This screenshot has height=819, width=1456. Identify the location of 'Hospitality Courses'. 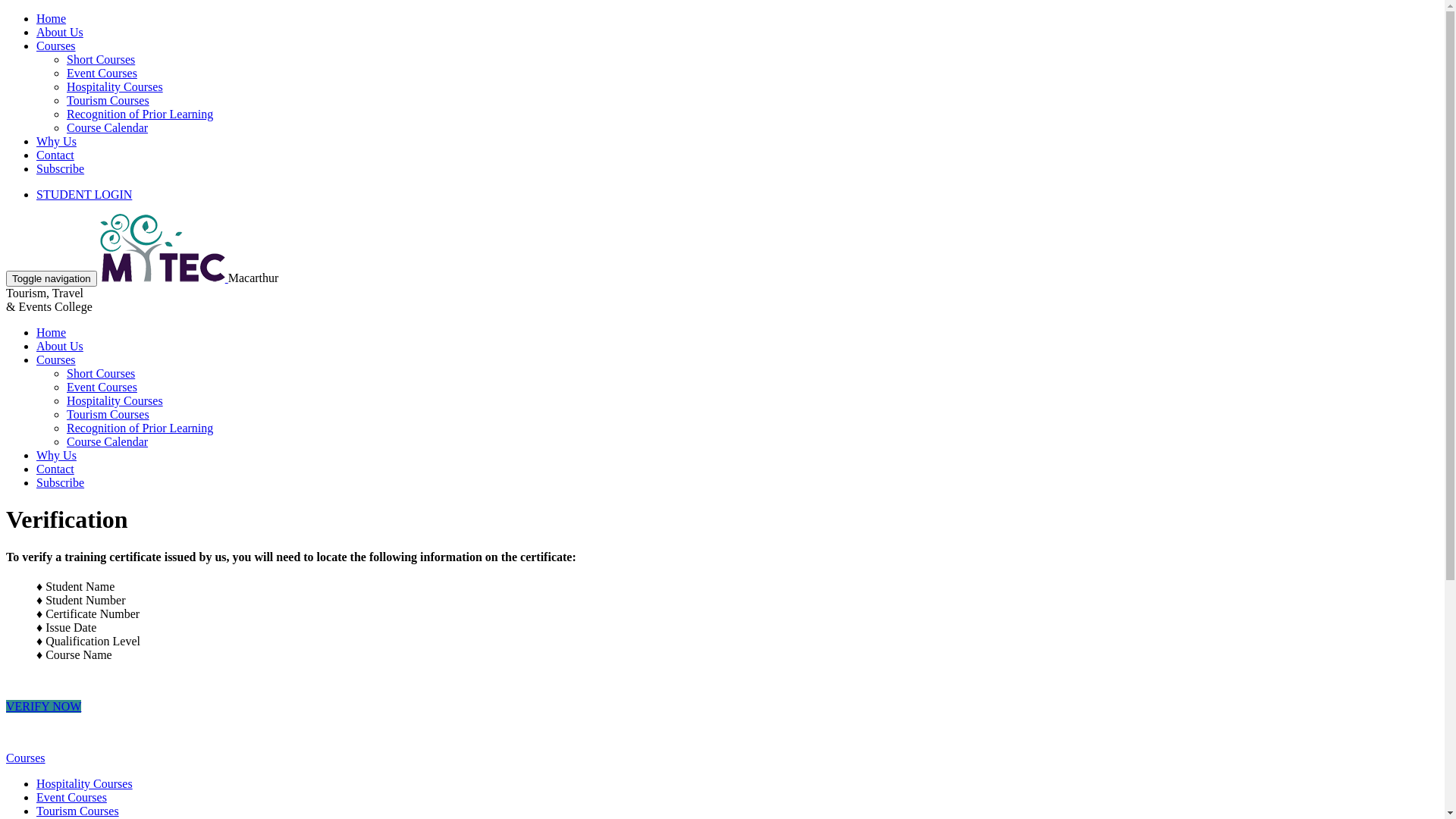
(114, 400).